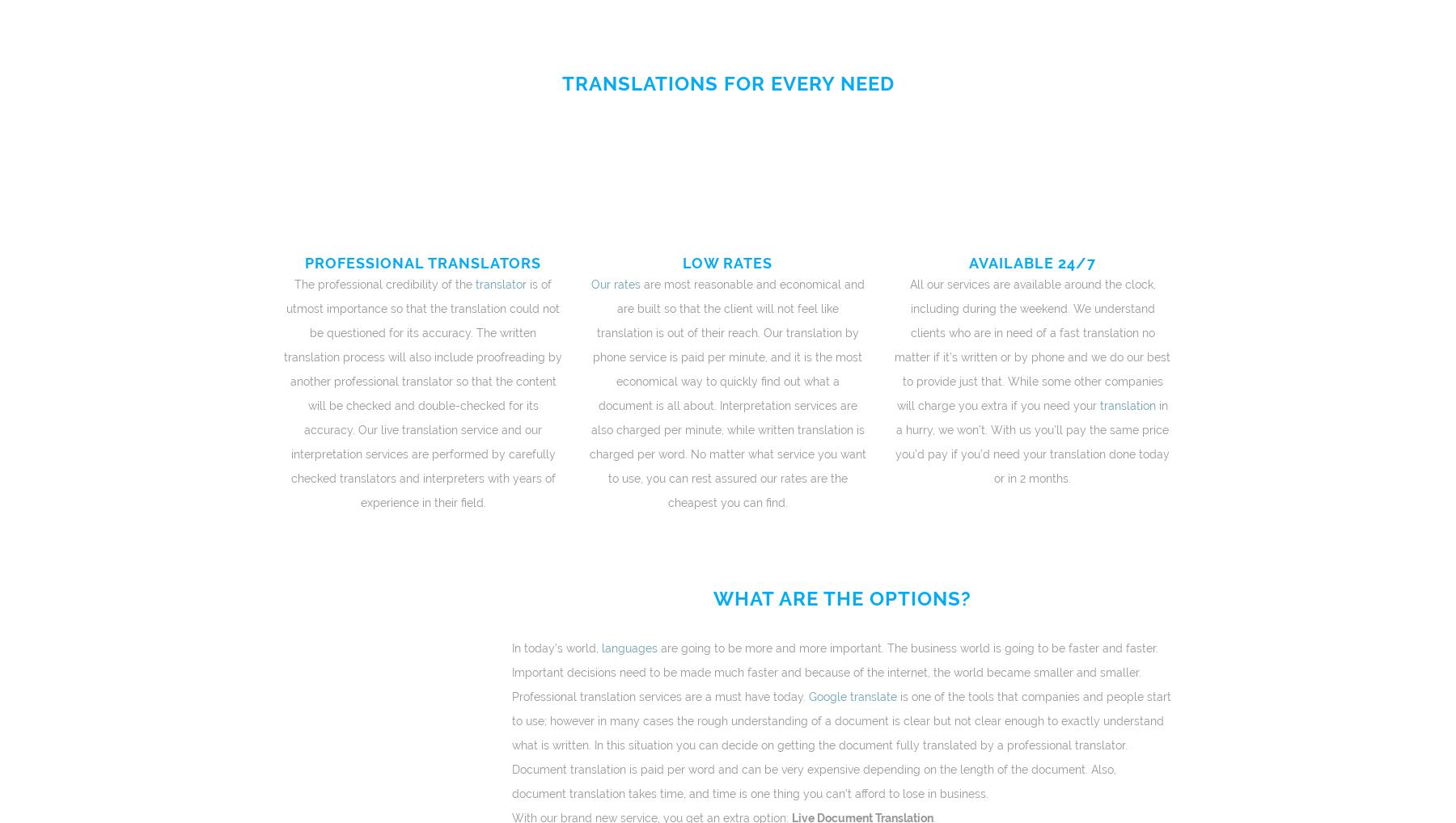 This screenshot has width=1456, height=823. I want to click on 'is one of the tools that companies and people start to use; however in many cases the rough understanding of a document is clear but not clear enough to exactly understand what is written. In this situation you can decide on getting the document fully translated by a professional translator. Document translation is paid per word and can be very expensive depending on the length of the document. Also, document translation takes time, and time is one thing you can’t afford to lose in business.', so click(510, 745).